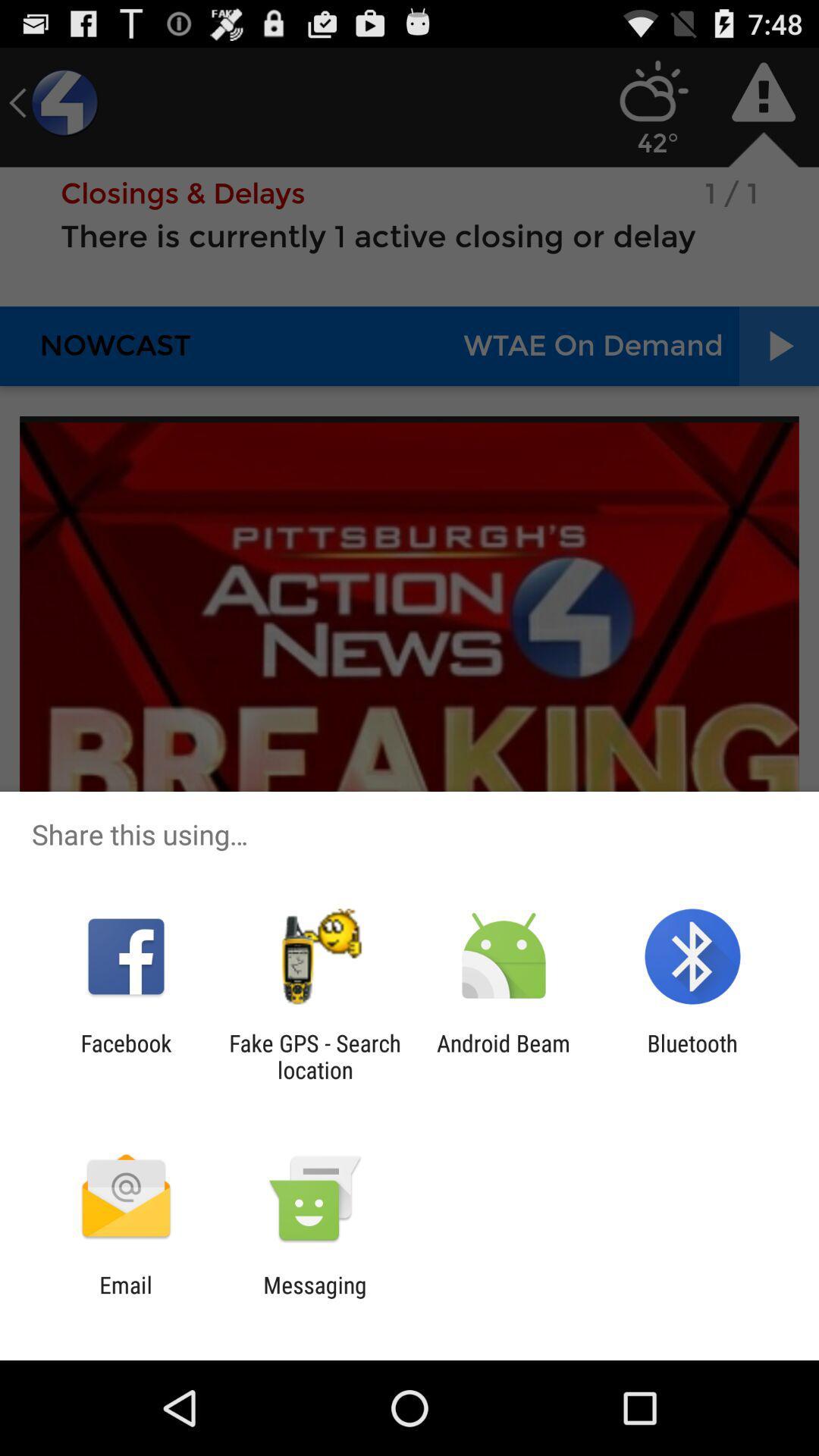 The width and height of the screenshot is (819, 1456). What do you see at coordinates (314, 1298) in the screenshot?
I see `app to the right of email` at bounding box center [314, 1298].